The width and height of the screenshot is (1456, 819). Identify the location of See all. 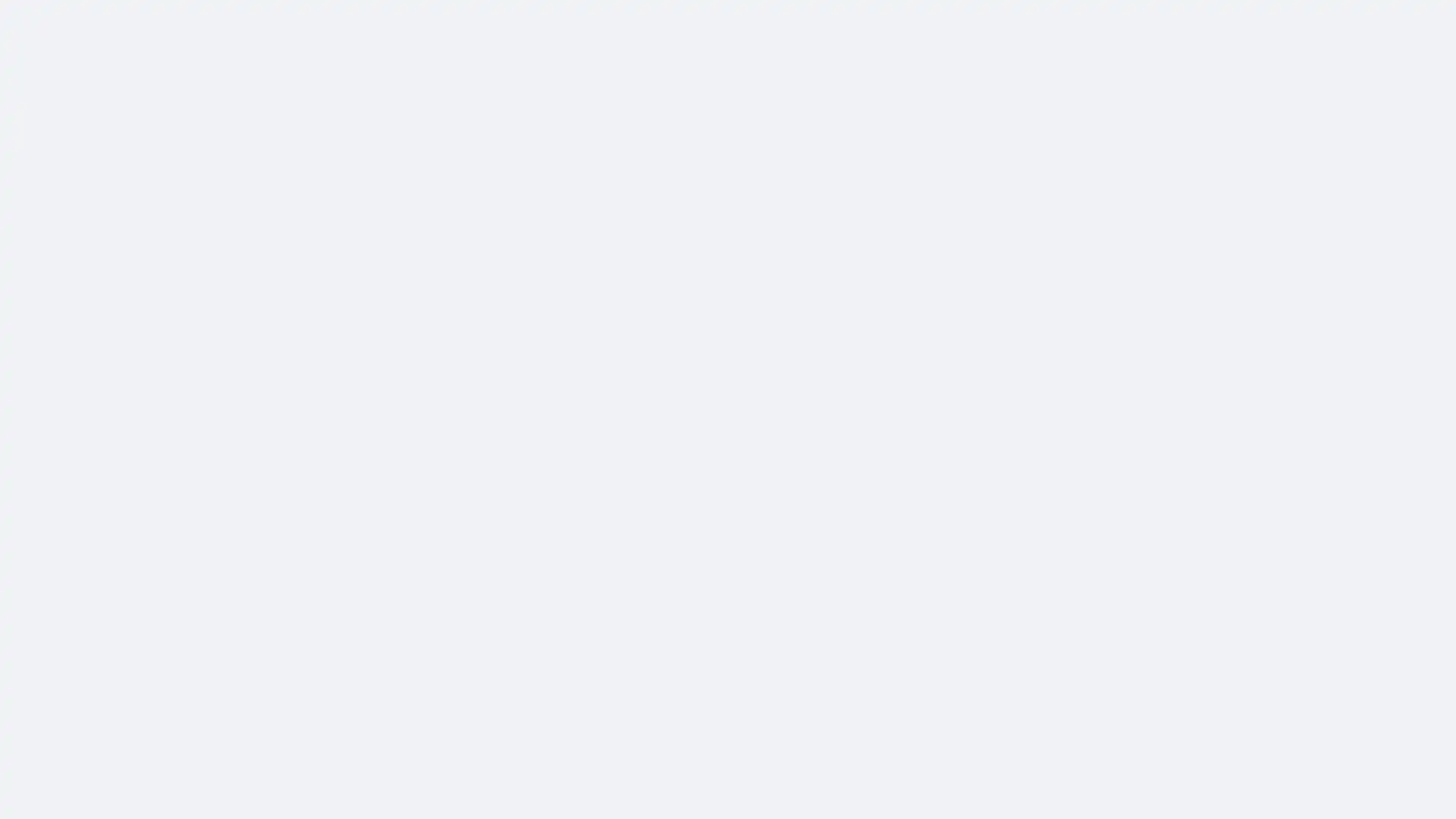
(637, 714).